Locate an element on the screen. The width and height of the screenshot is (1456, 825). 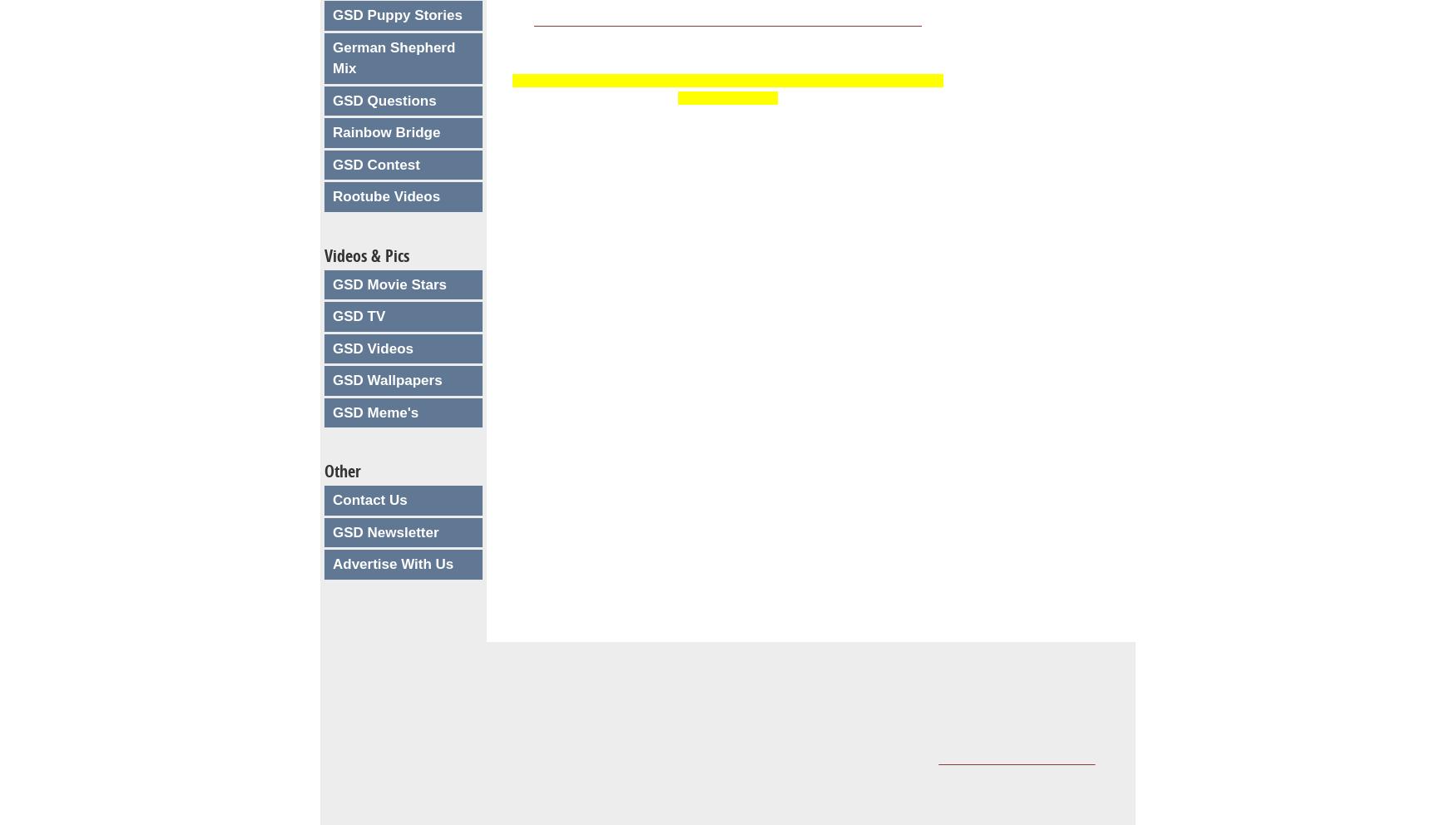
'Videos & Pics' is located at coordinates (367, 254).